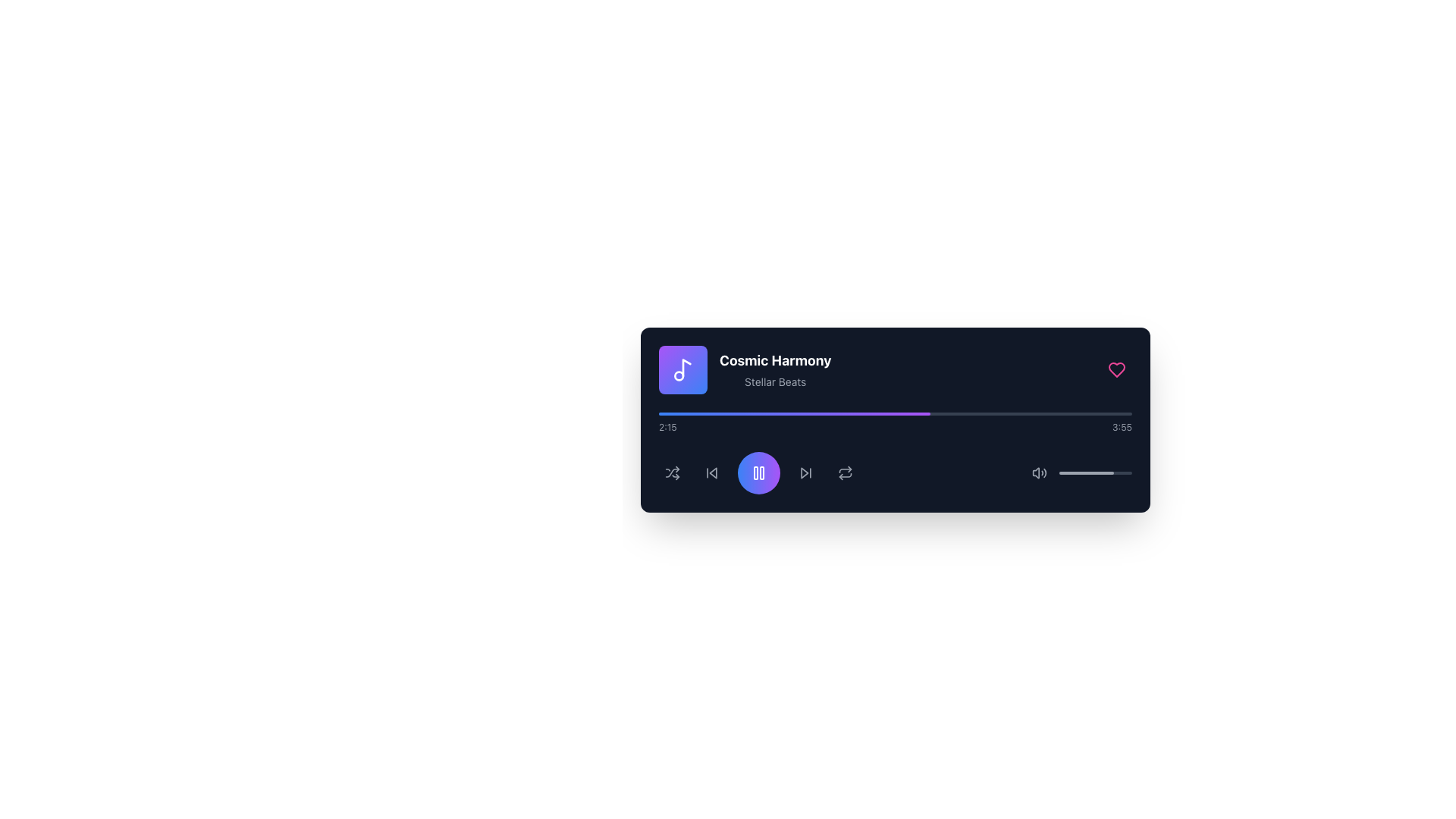  What do you see at coordinates (1095, 472) in the screenshot?
I see `the volume level indicator progress bar located near the bottom-right corner of the audio player interface, directly below the volume icon` at bounding box center [1095, 472].